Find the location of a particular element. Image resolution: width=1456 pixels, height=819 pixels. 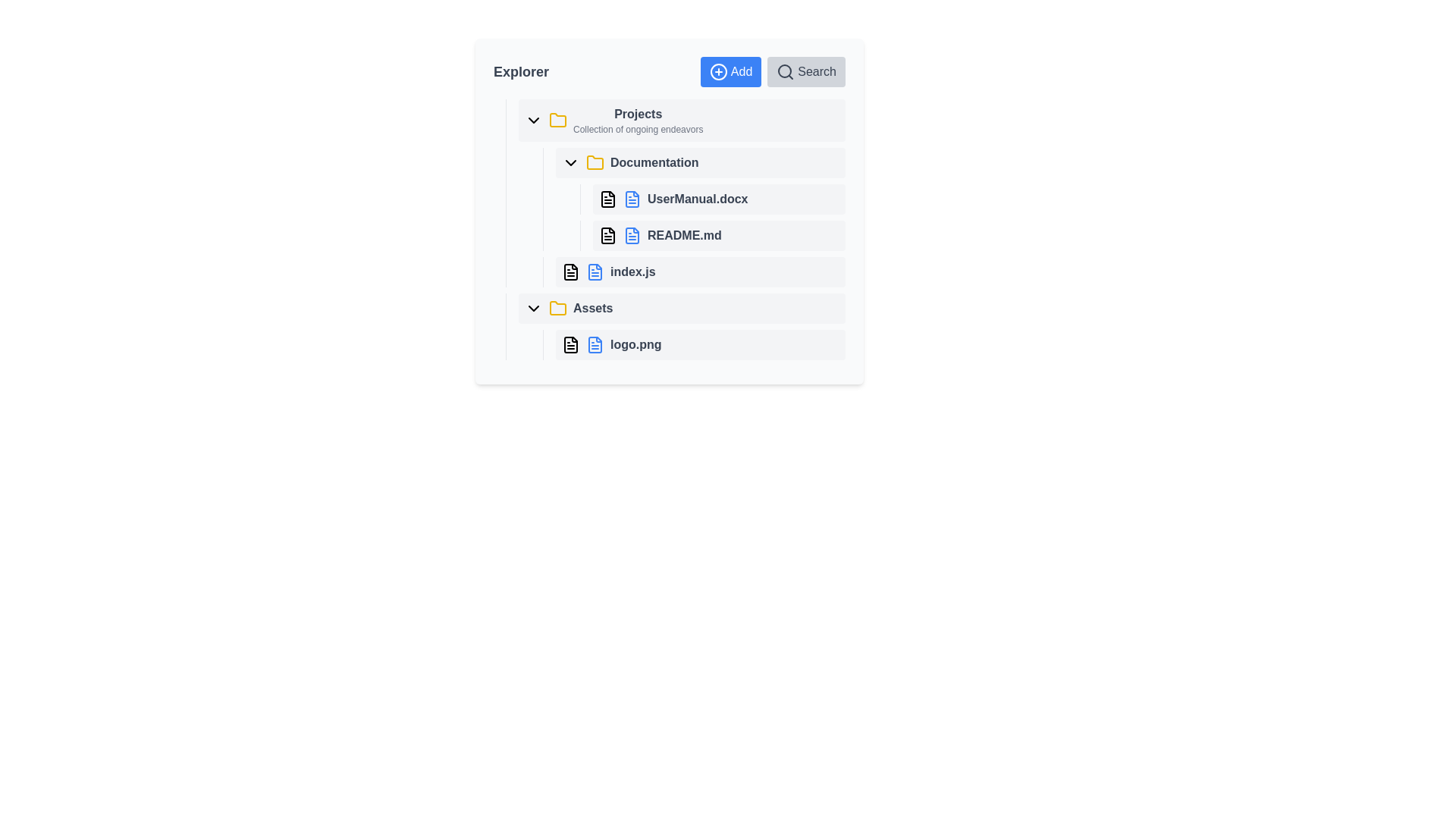

the vibrant blue file icon with a folded corner representing the file labeled 'logo.png' is located at coordinates (595, 345).